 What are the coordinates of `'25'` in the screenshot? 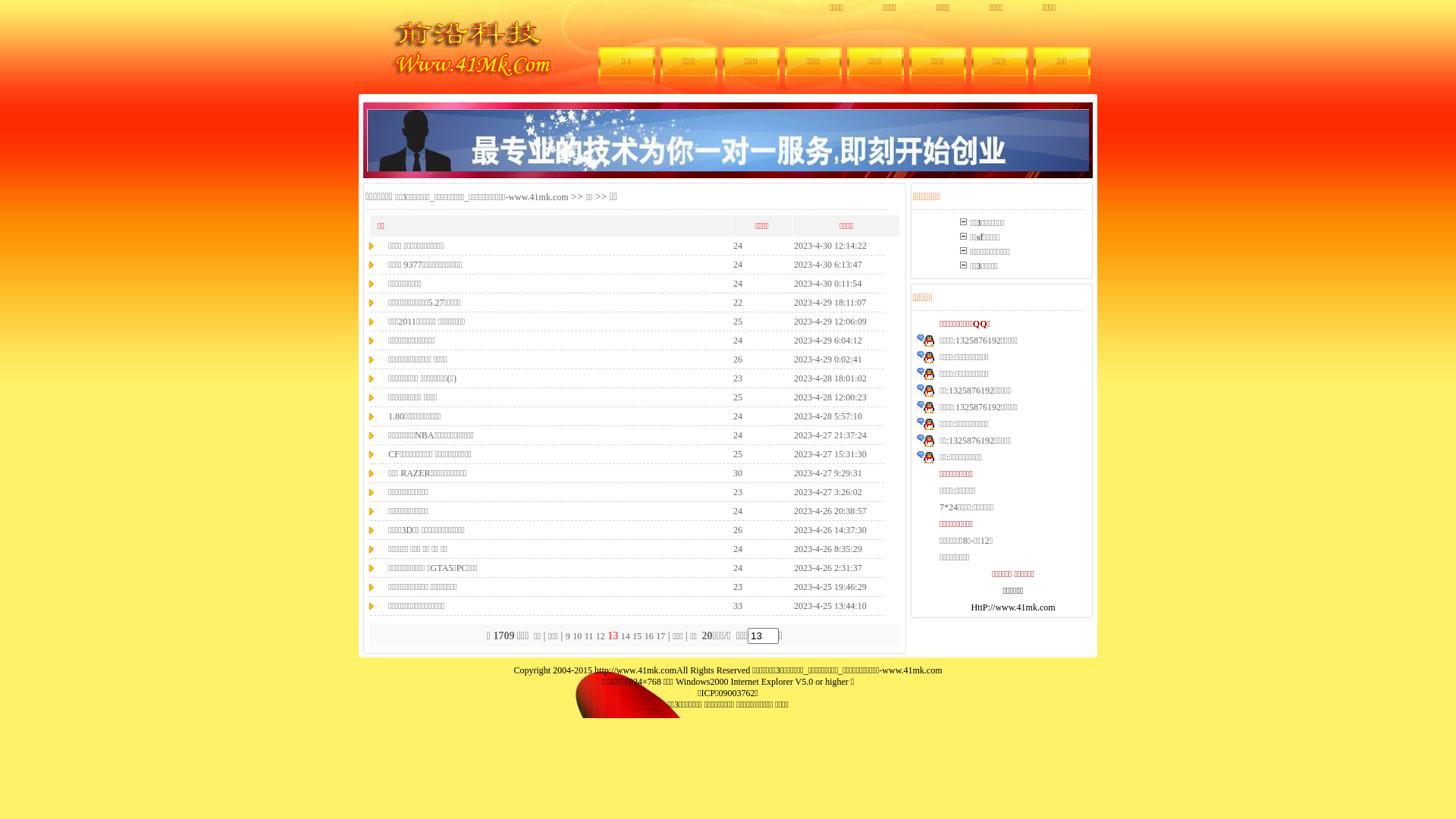 It's located at (738, 453).